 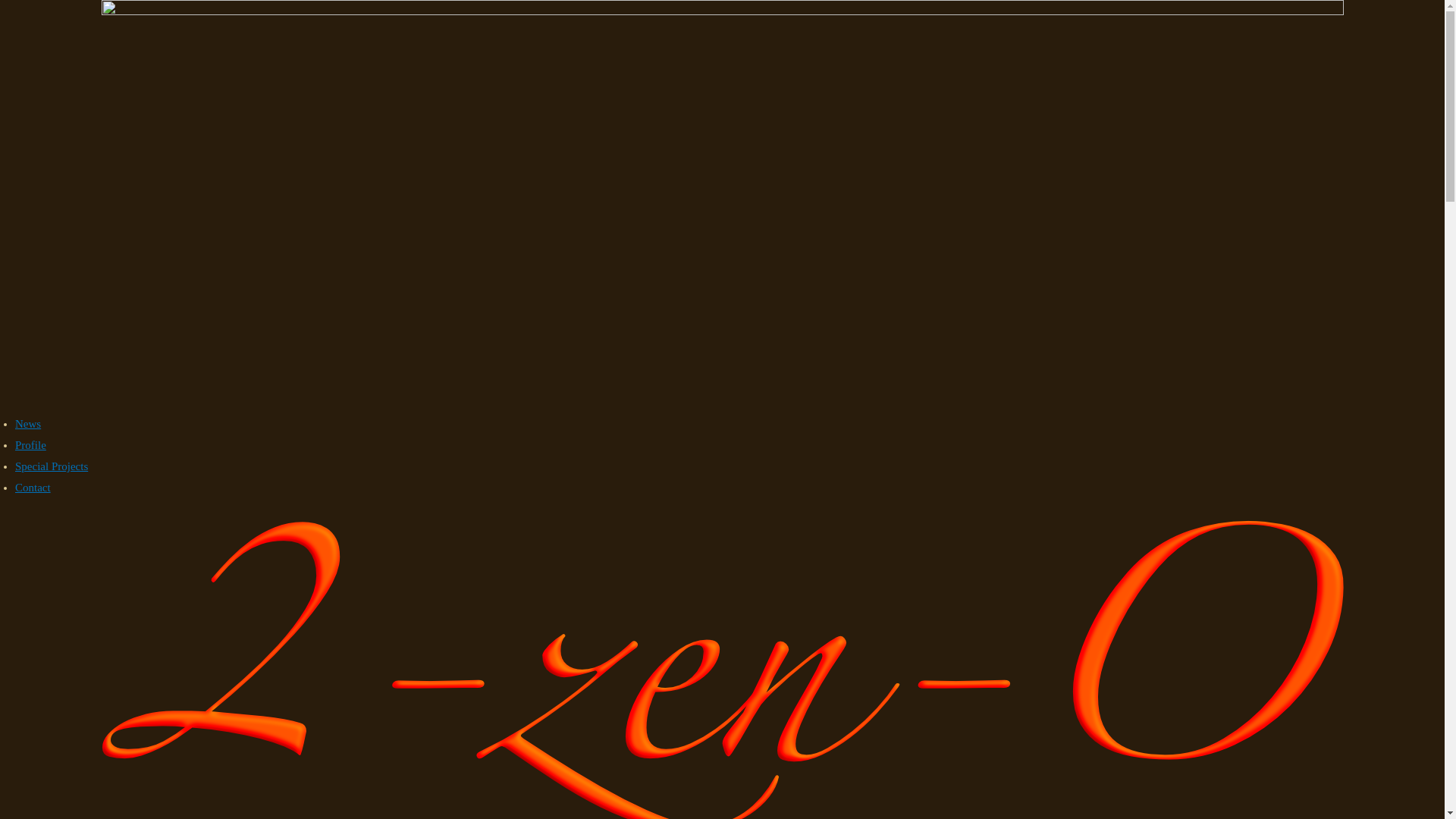 What do you see at coordinates (51, 465) in the screenshot?
I see `'Special Projects'` at bounding box center [51, 465].